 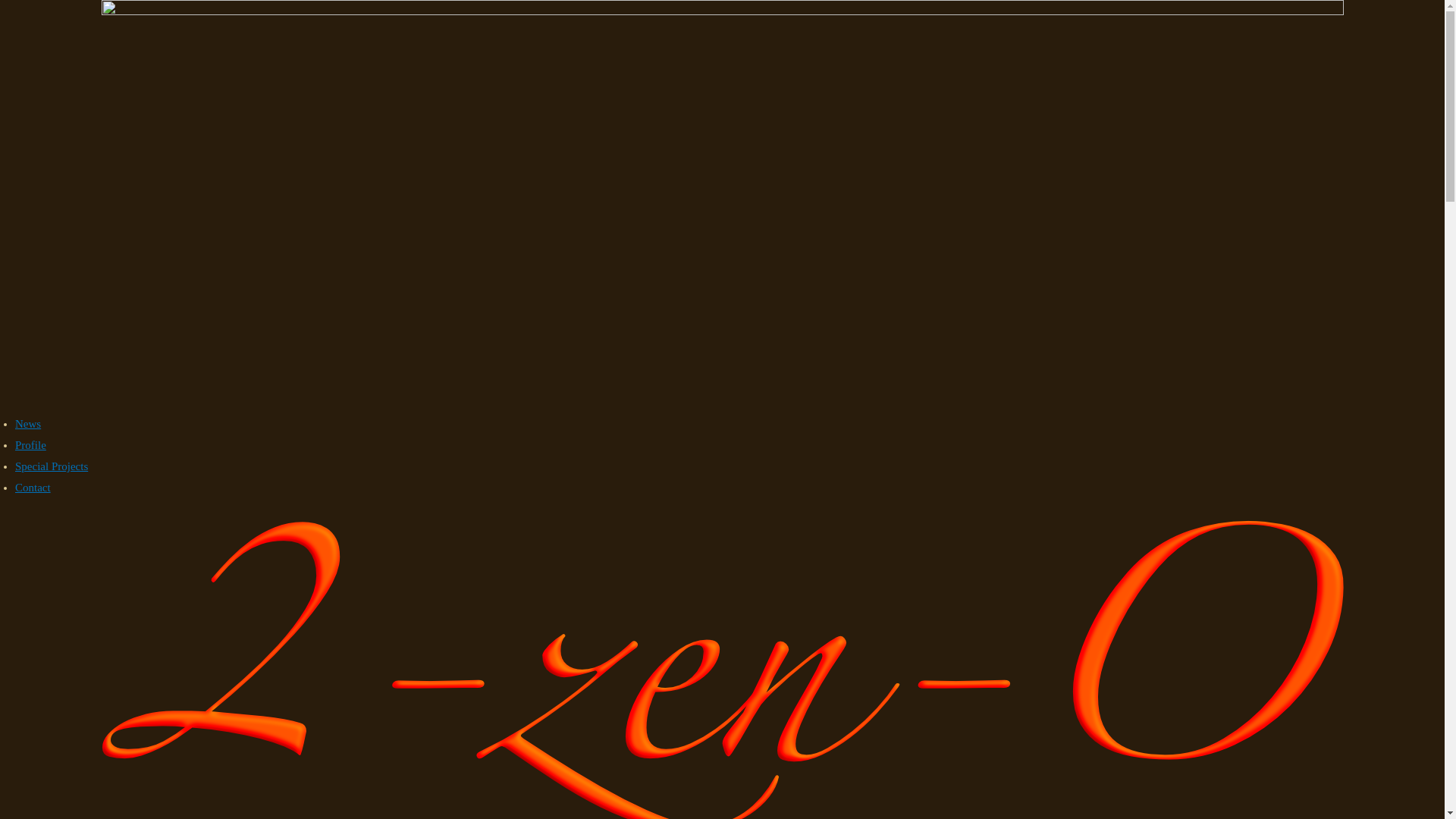 What do you see at coordinates (51, 465) in the screenshot?
I see `'Special Projects'` at bounding box center [51, 465].